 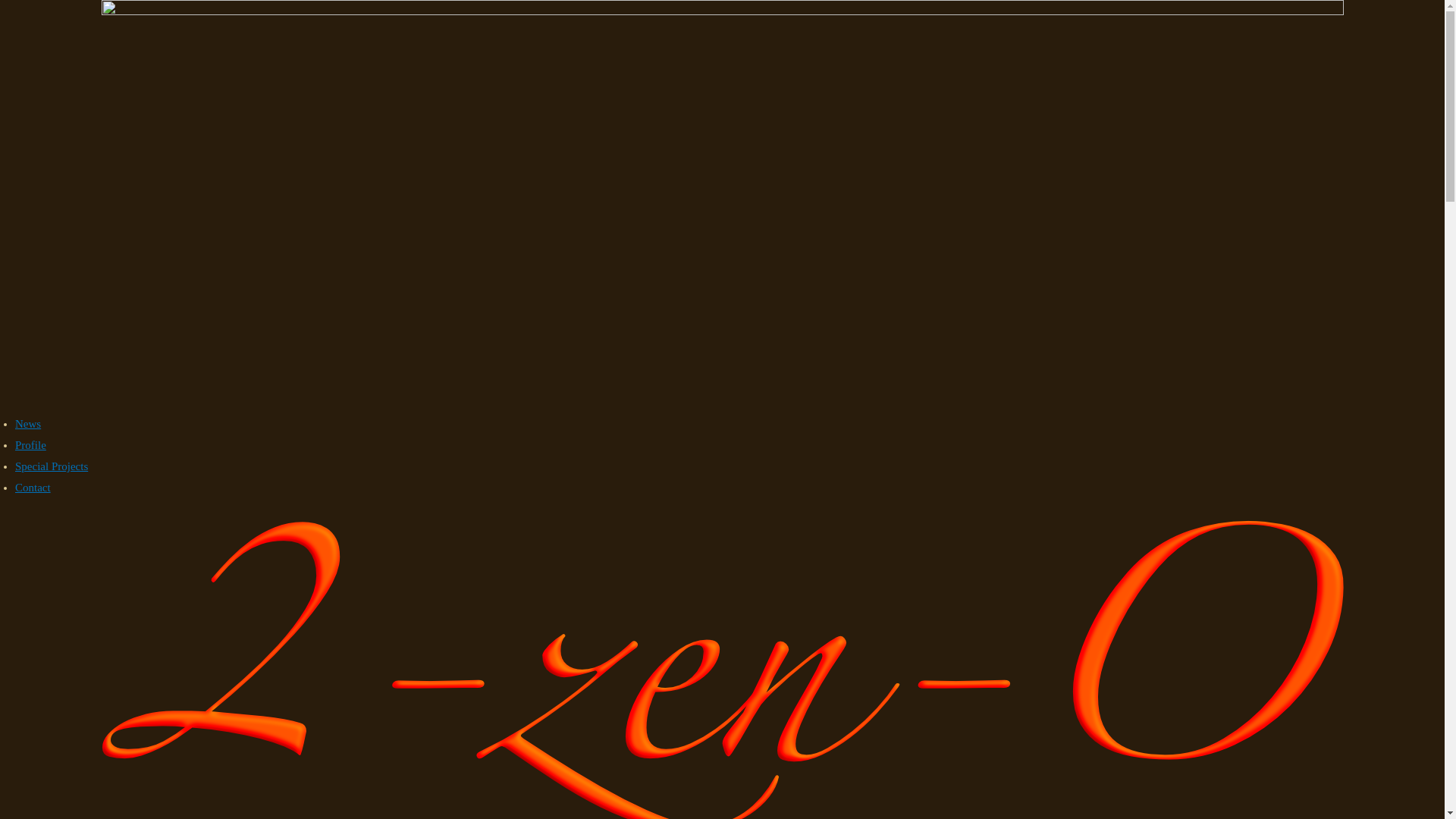 What do you see at coordinates (51, 465) in the screenshot?
I see `'Special Projects'` at bounding box center [51, 465].